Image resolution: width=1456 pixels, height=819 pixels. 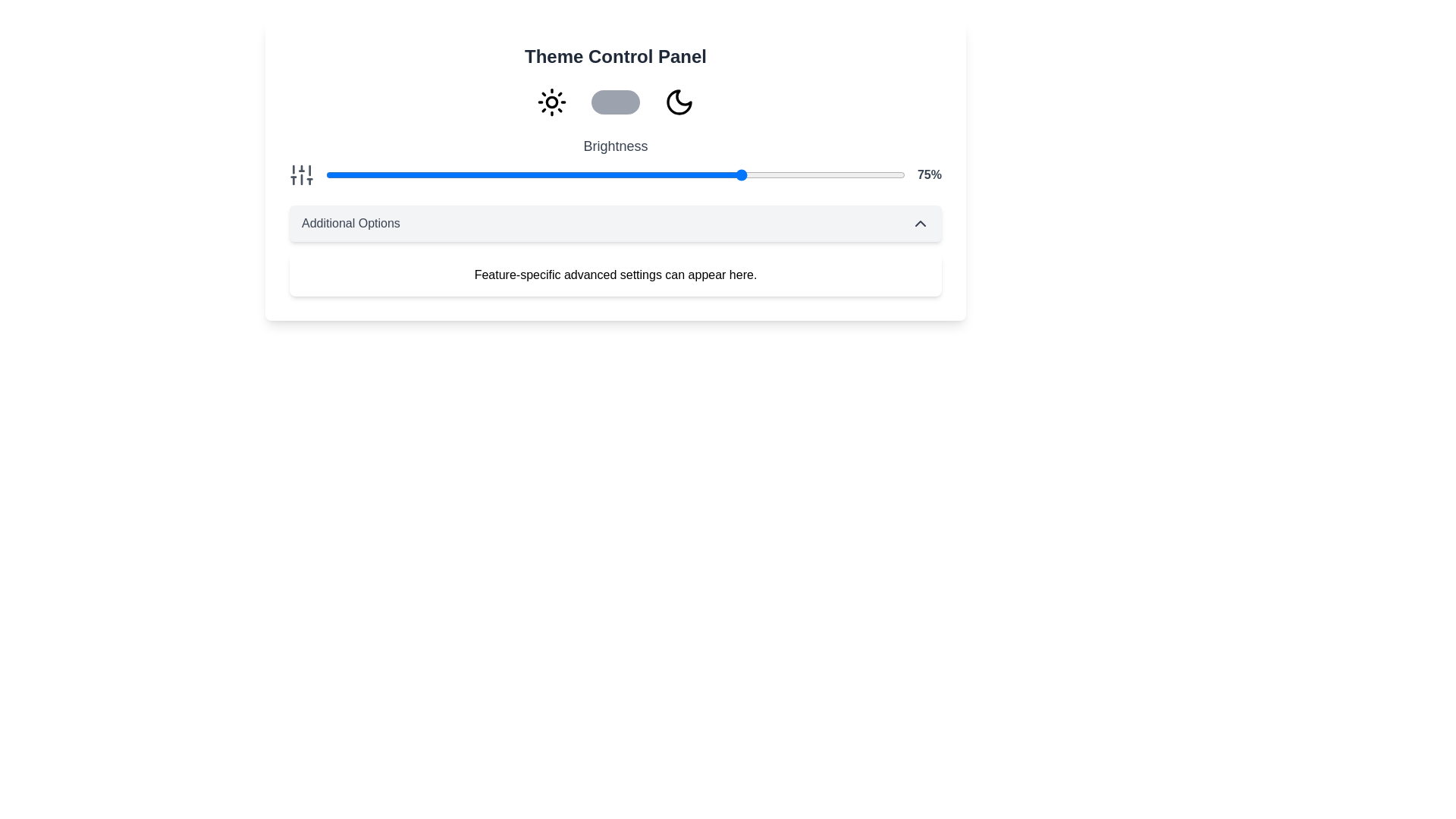 What do you see at coordinates (513, 174) in the screenshot?
I see `the brightness level` at bounding box center [513, 174].